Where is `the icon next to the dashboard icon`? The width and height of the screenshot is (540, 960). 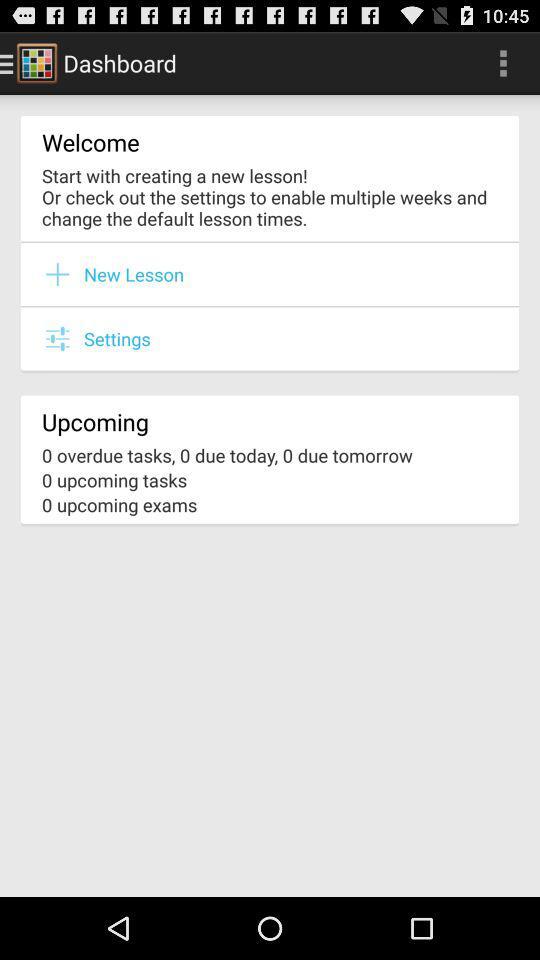
the icon next to the dashboard icon is located at coordinates (502, 62).